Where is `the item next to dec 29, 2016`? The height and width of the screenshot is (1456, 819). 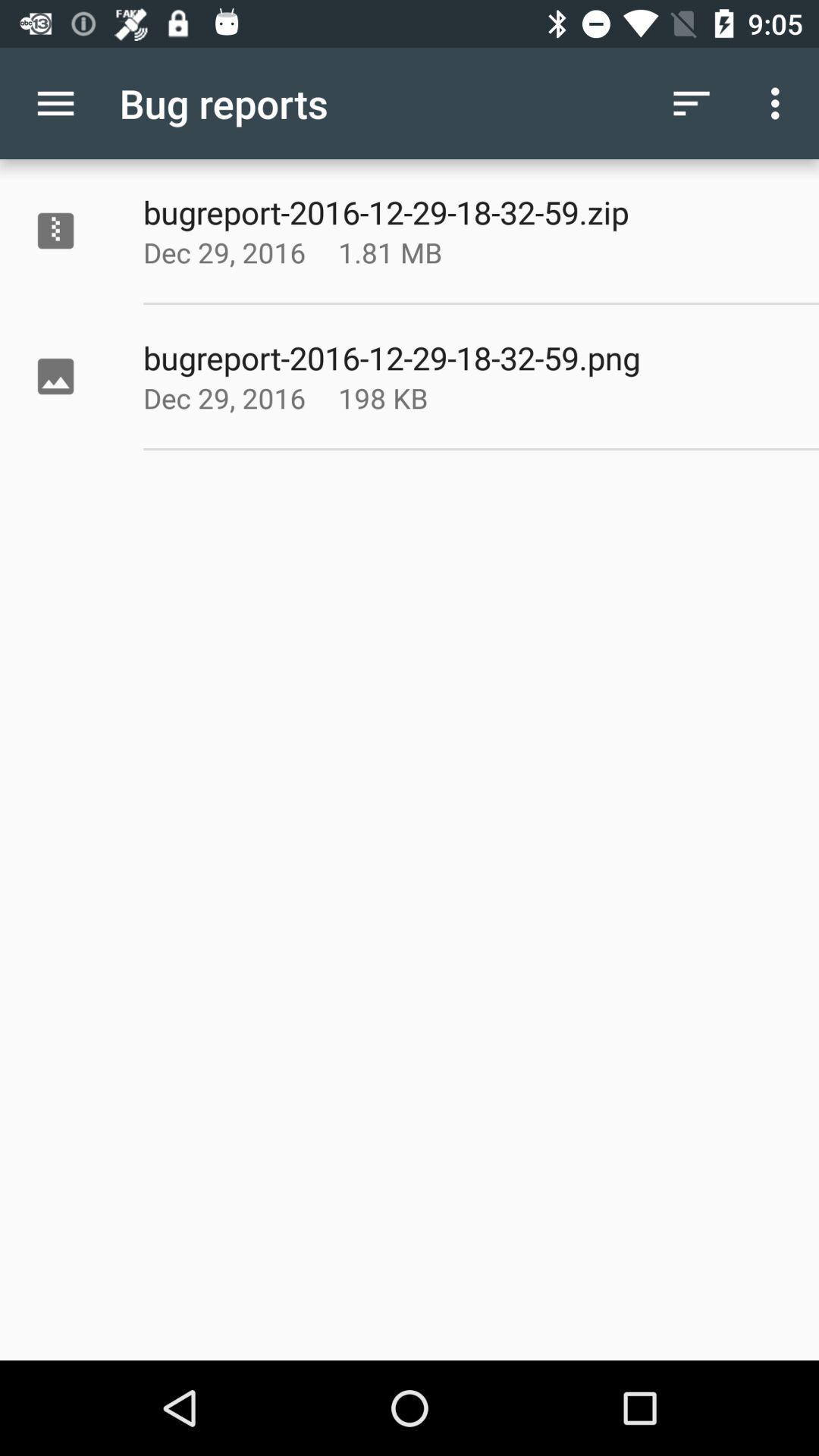 the item next to dec 29, 2016 is located at coordinates (428, 252).